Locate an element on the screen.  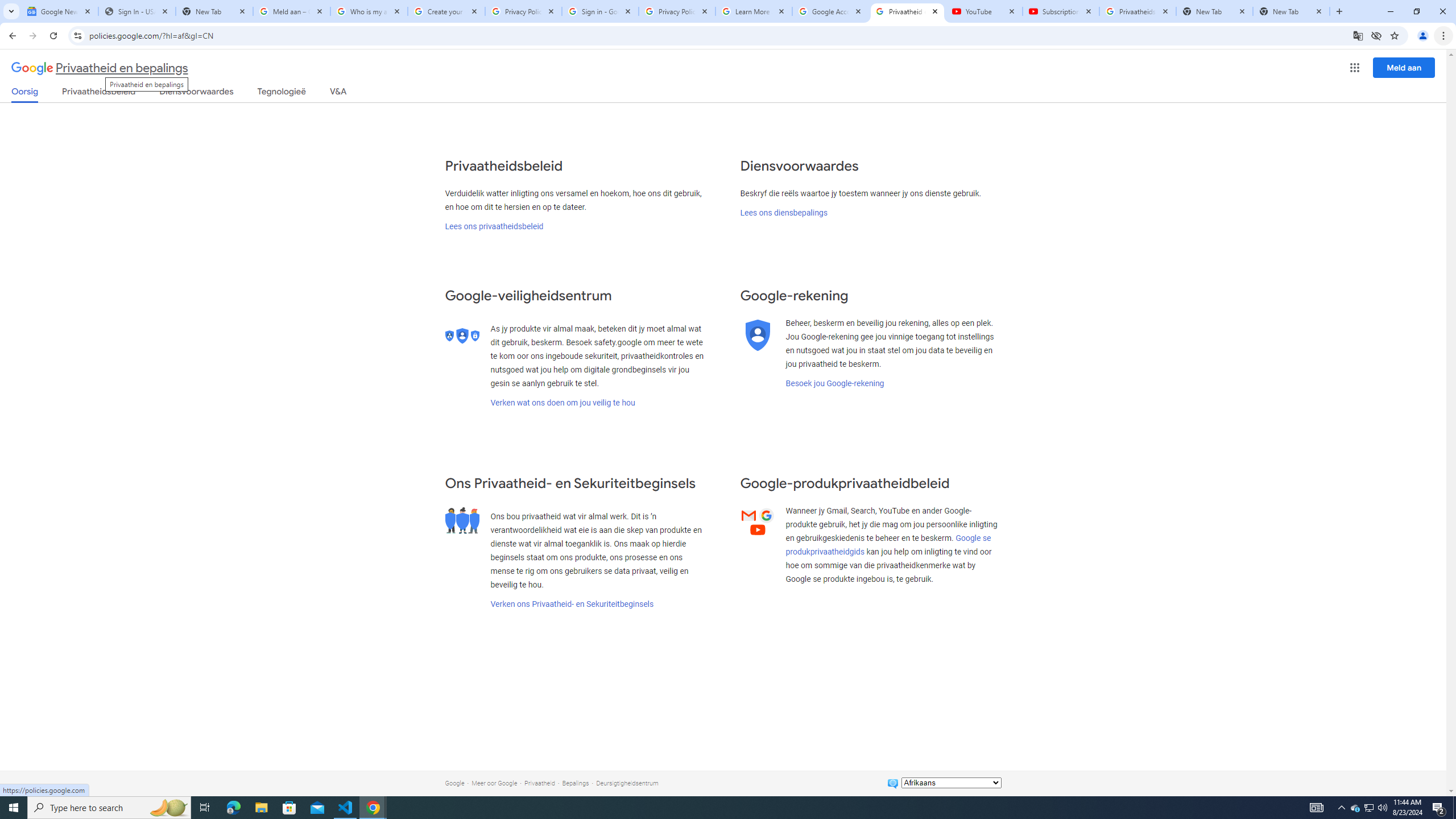
'Who is my administrator? - Google Account Help' is located at coordinates (369, 11).